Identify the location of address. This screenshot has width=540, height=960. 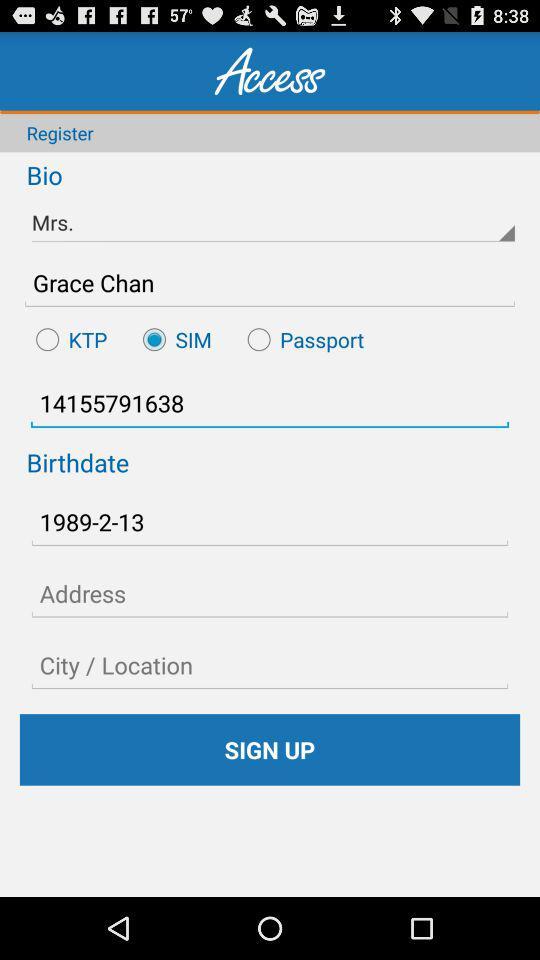
(270, 593).